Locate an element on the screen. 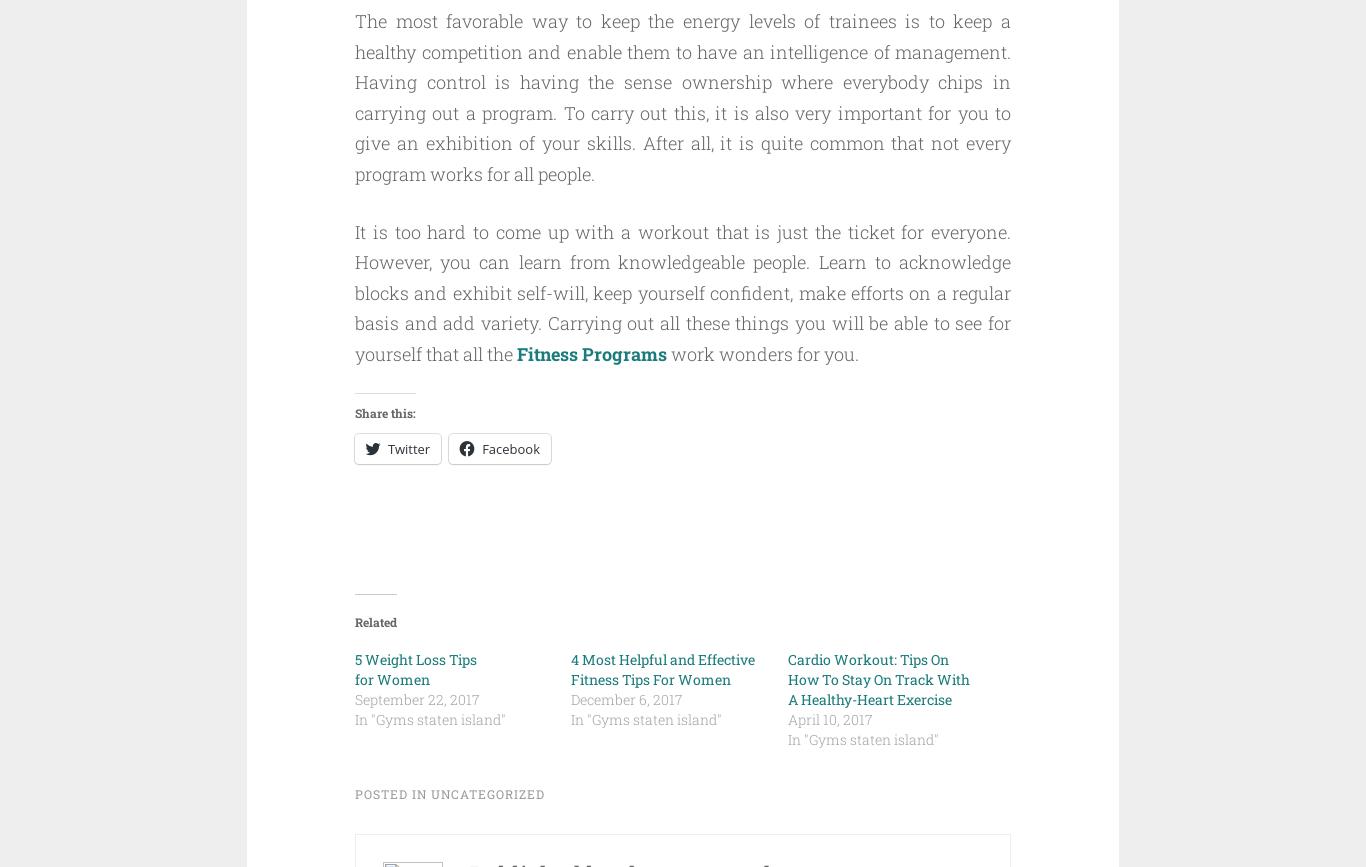  'Facebook' is located at coordinates (482, 448).